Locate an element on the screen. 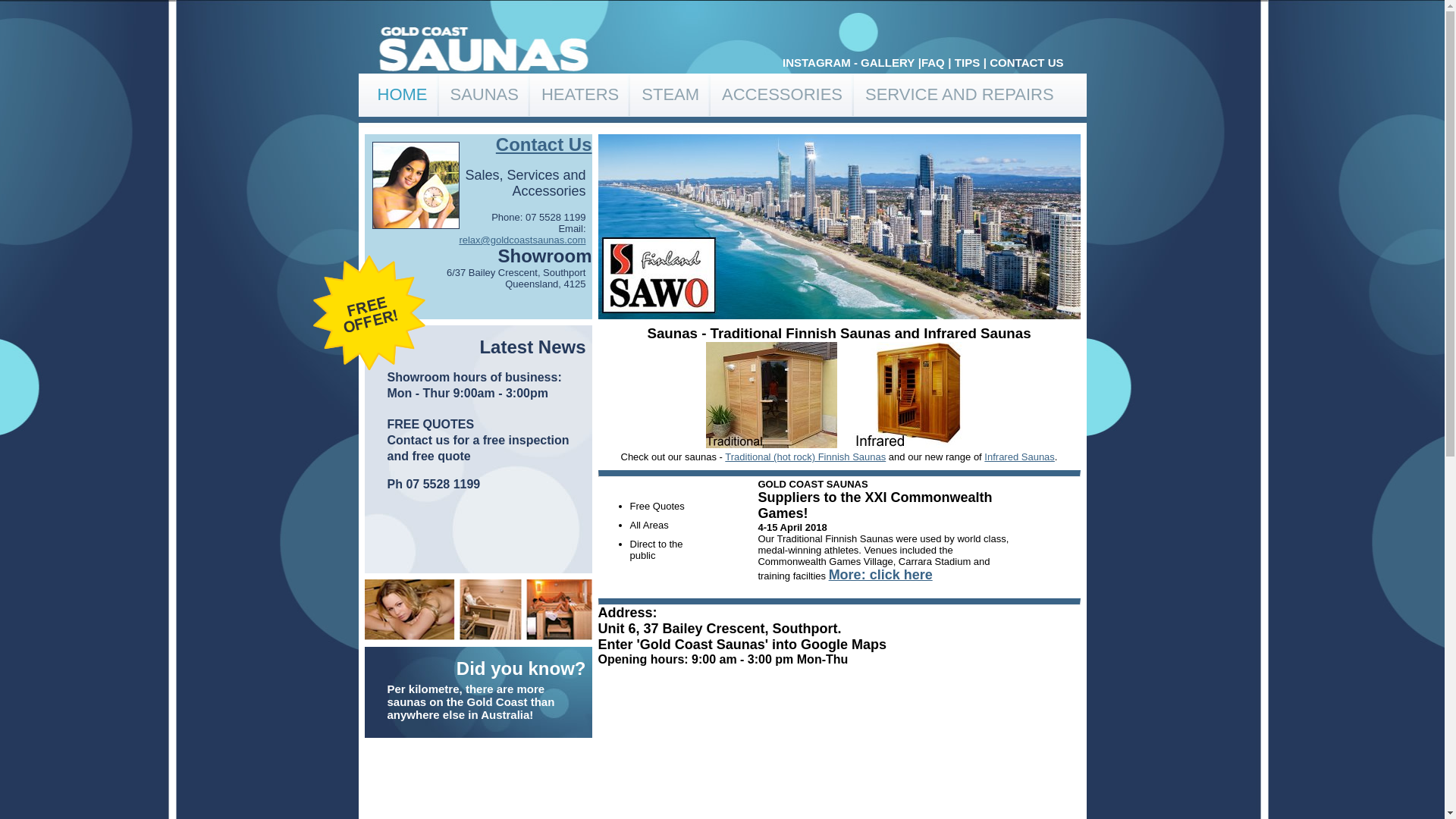 This screenshot has height=819, width=1456. 'CONTACT US' is located at coordinates (1026, 61).